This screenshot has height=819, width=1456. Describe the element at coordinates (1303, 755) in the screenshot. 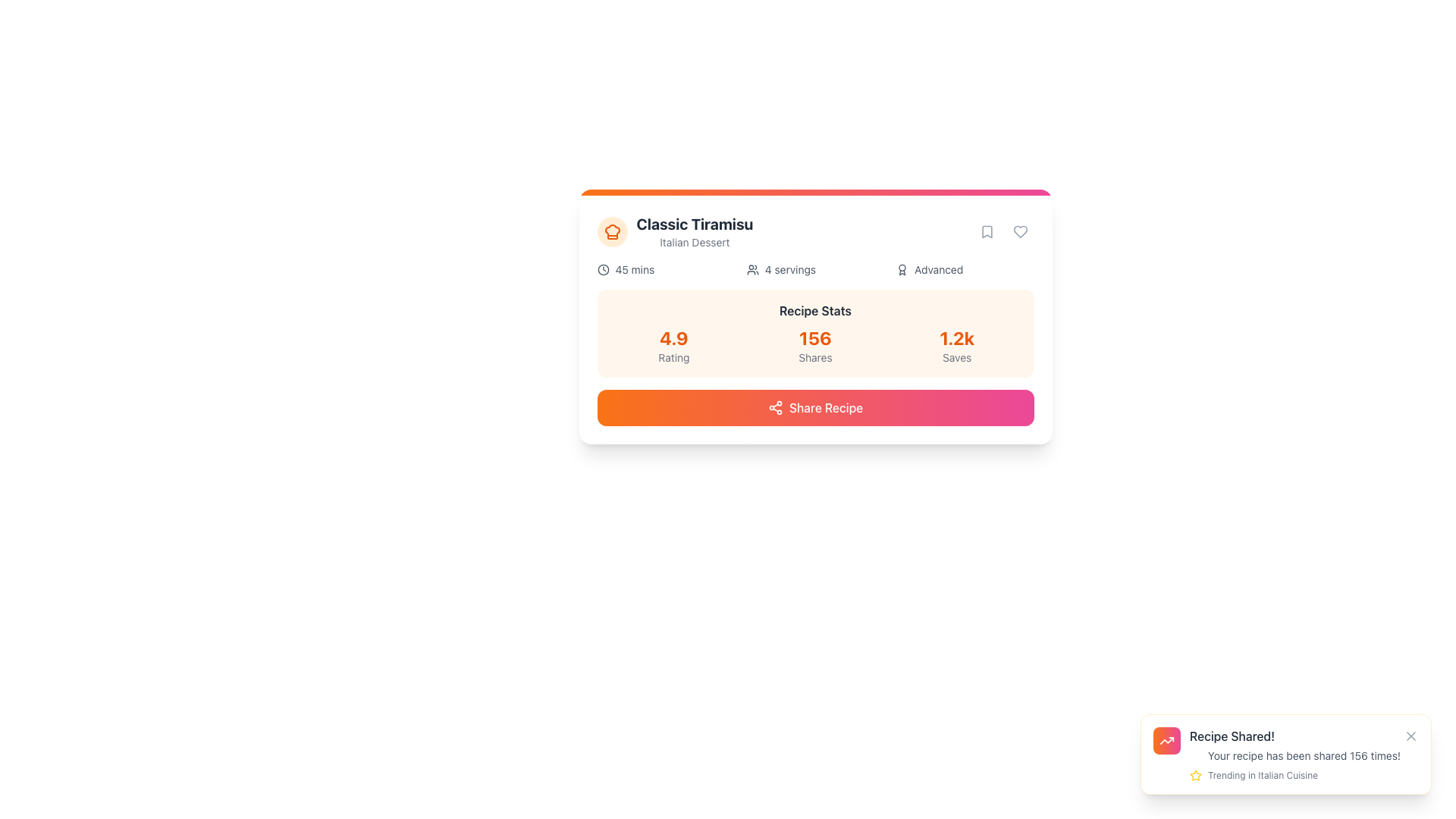

I see `the 'Recipe Shared!' notification card section located in the bottom-right corner of the interface` at that location.